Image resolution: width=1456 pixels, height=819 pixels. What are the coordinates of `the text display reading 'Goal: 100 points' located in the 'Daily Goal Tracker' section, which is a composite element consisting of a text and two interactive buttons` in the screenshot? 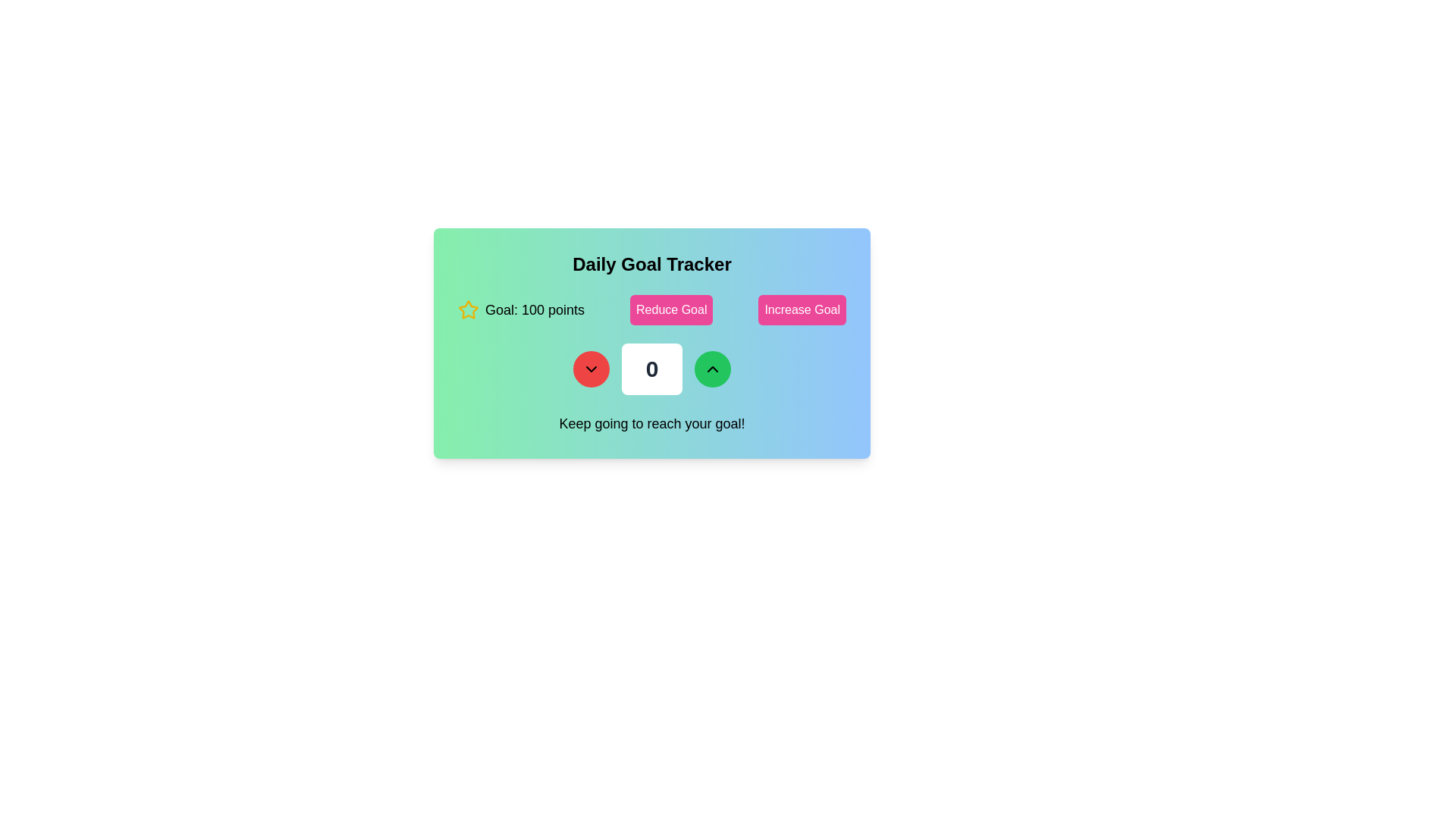 It's located at (651, 309).